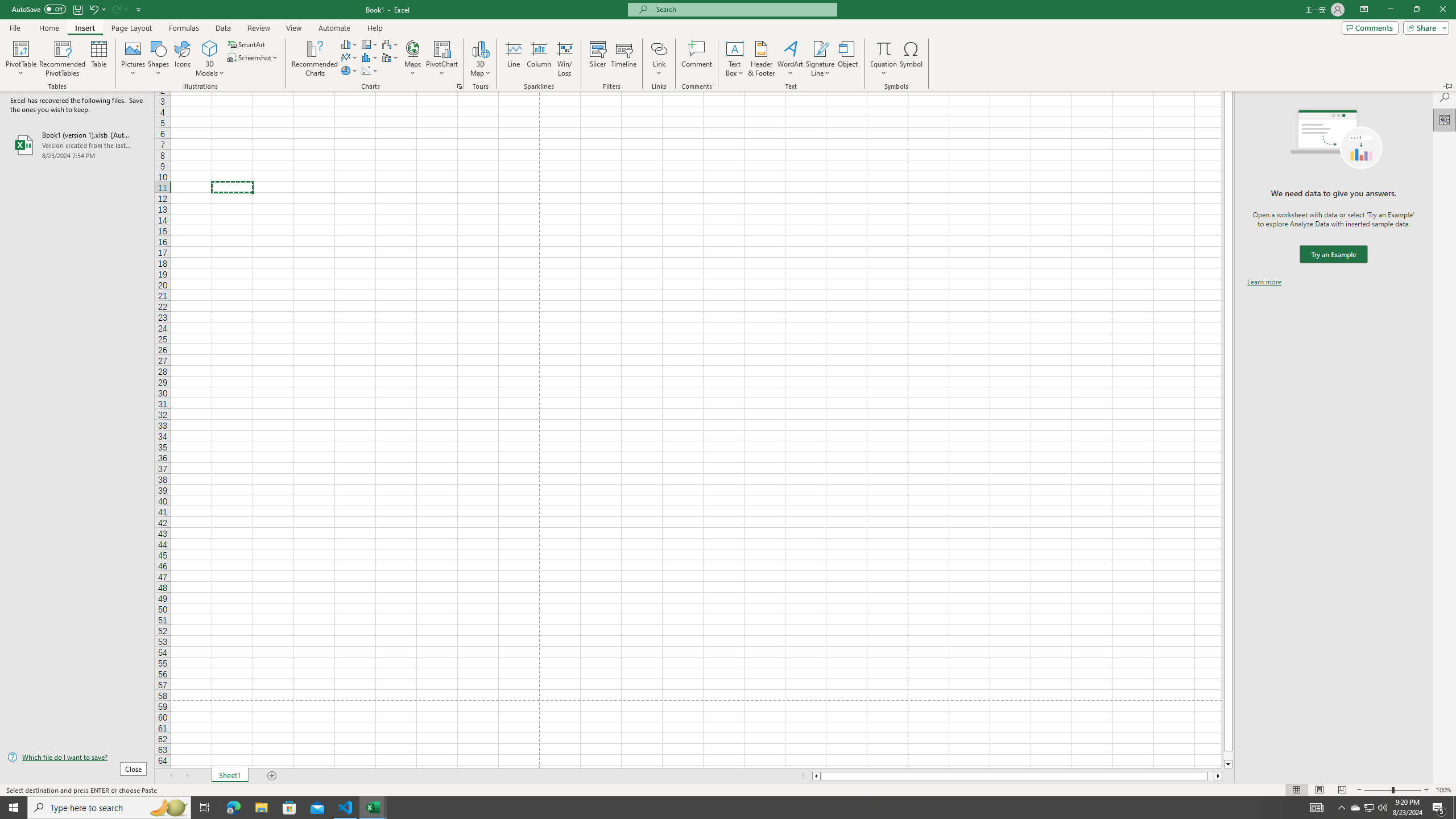  What do you see at coordinates (1296, 790) in the screenshot?
I see `'Normal'` at bounding box center [1296, 790].